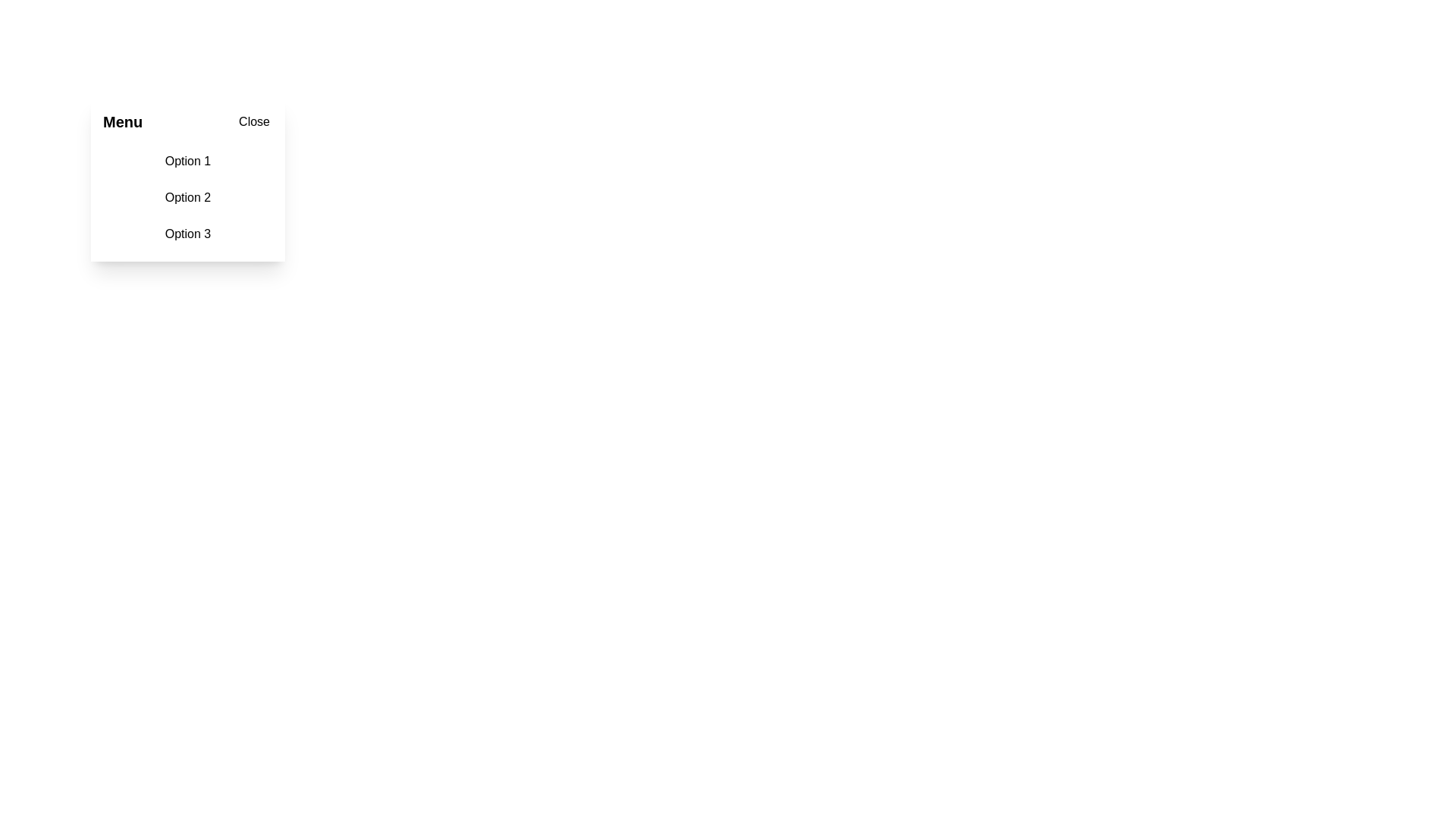 Image resolution: width=1456 pixels, height=819 pixels. What do you see at coordinates (187, 197) in the screenshot?
I see `the 'Option 2' menu item` at bounding box center [187, 197].